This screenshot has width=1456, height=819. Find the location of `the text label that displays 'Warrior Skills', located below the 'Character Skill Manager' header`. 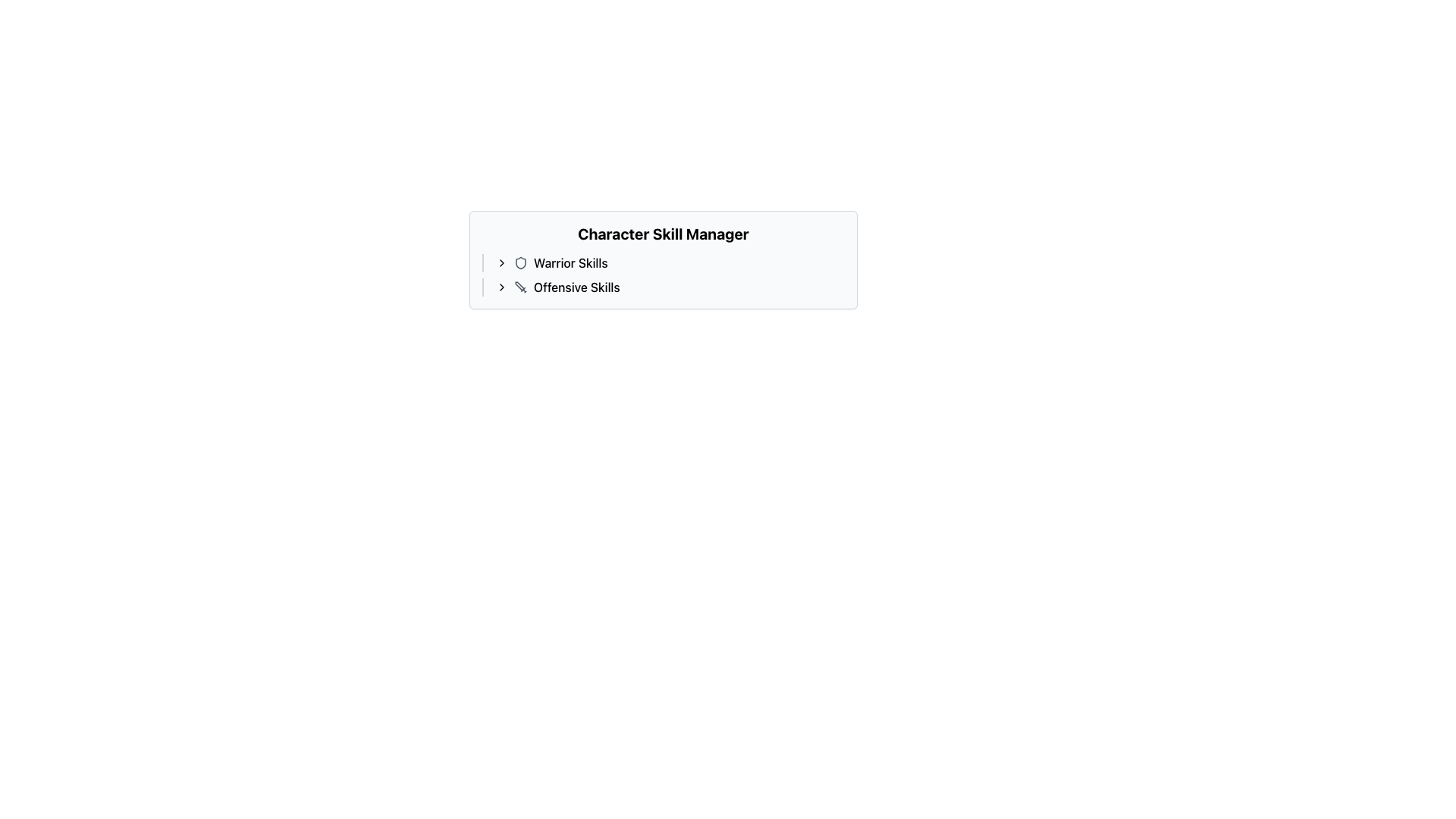

the text label that displays 'Warrior Skills', located below the 'Character Skill Manager' header is located at coordinates (570, 262).